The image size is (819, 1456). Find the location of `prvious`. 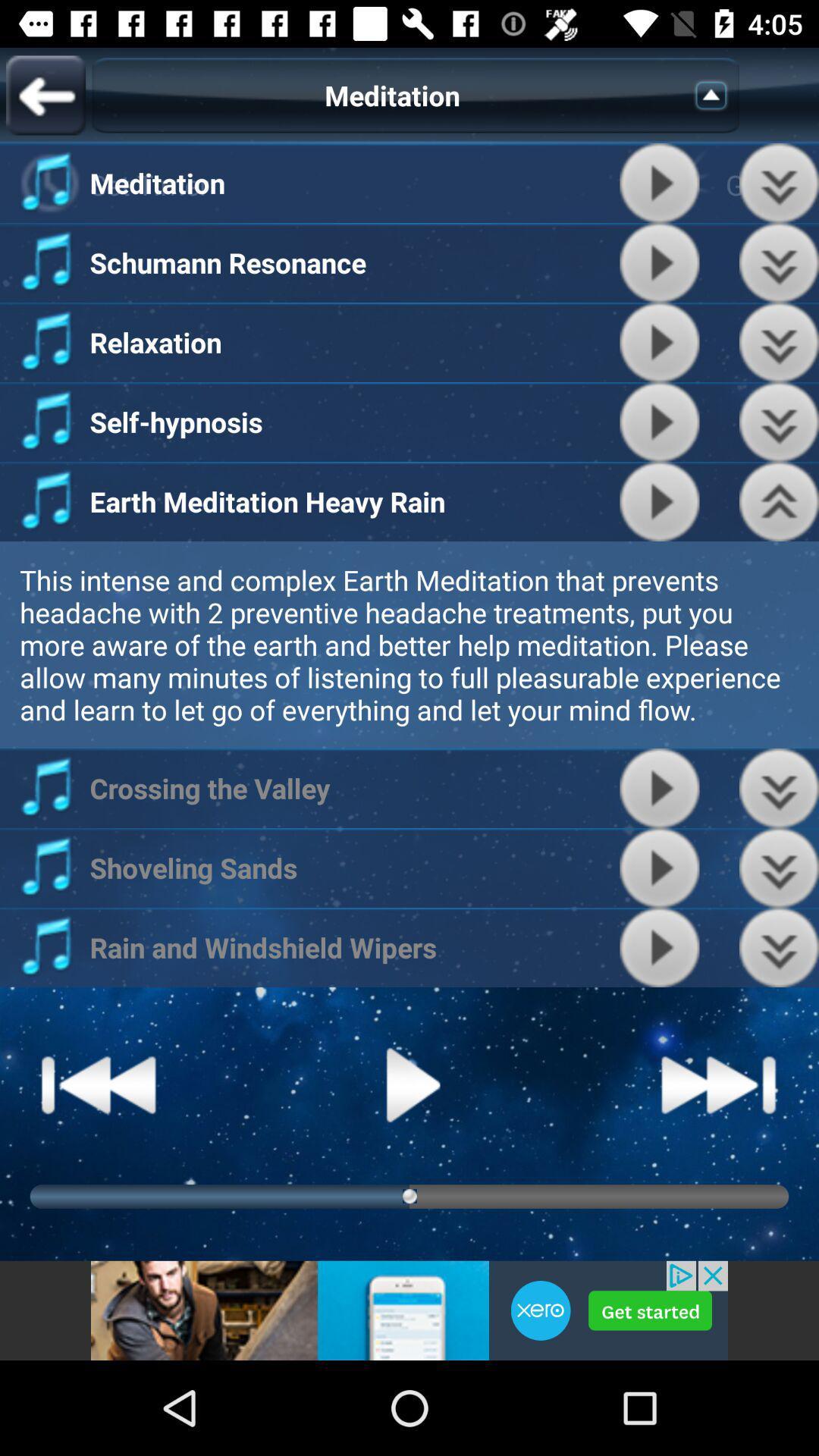

prvious is located at coordinates (779, 868).